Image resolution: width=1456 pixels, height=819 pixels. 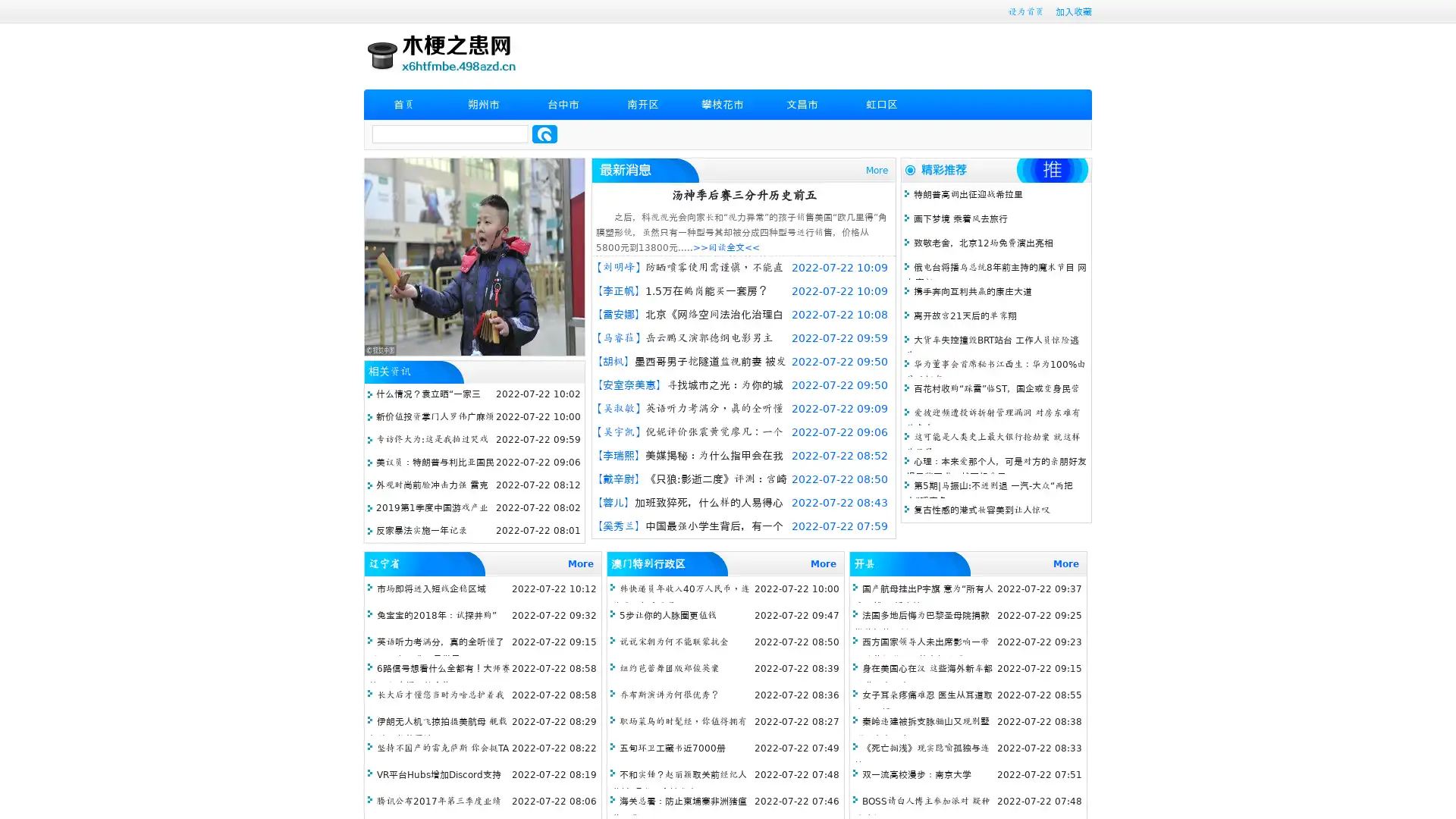 What do you see at coordinates (544, 133) in the screenshot?
I see `Search` at bounding box center [544, 133].